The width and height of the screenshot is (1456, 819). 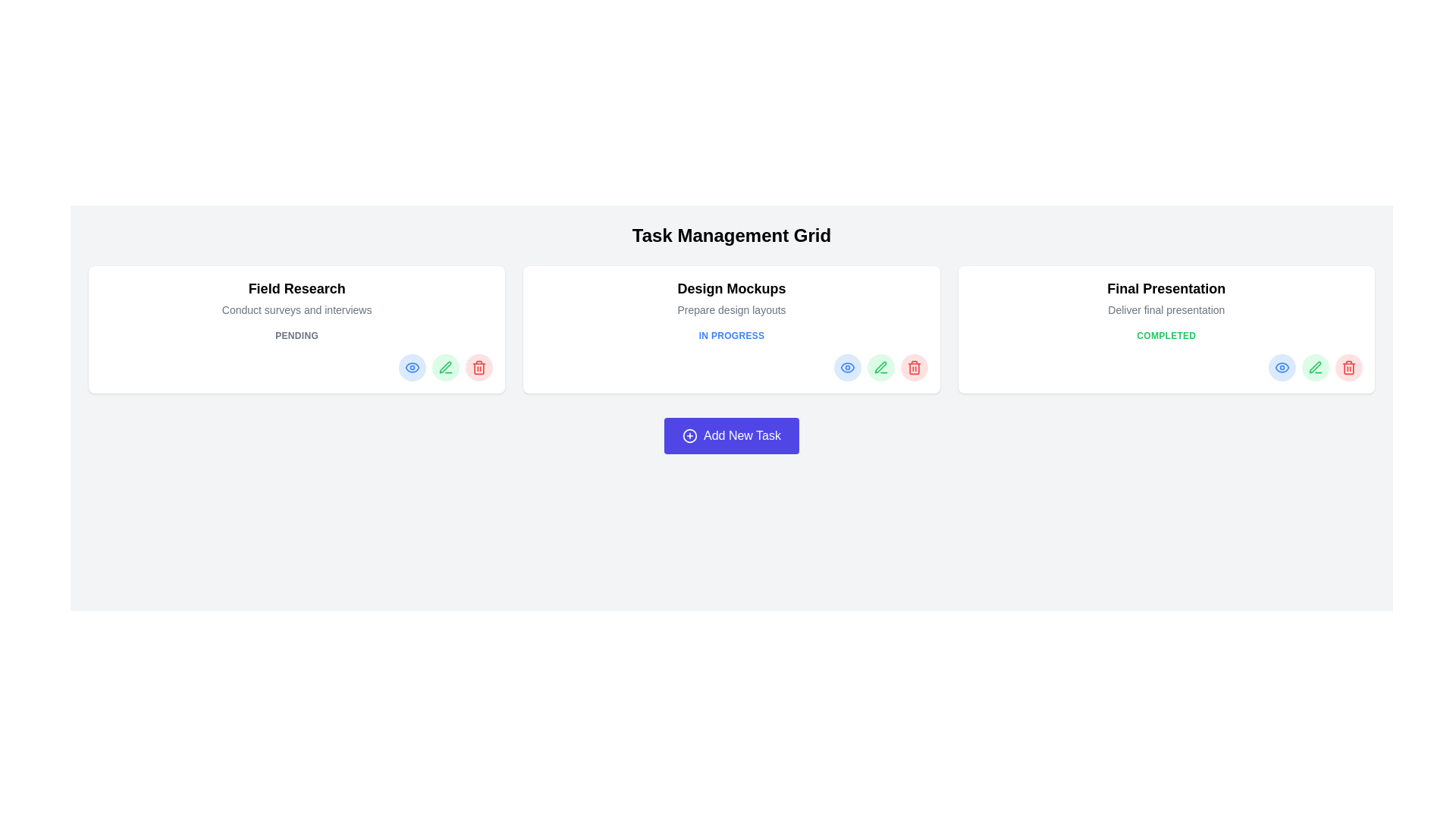 I want to click on the Text block that represents a task or project in the task management system, located centrally between 'Field Research' and 'Final Presentation', so click(x=731, y=298).